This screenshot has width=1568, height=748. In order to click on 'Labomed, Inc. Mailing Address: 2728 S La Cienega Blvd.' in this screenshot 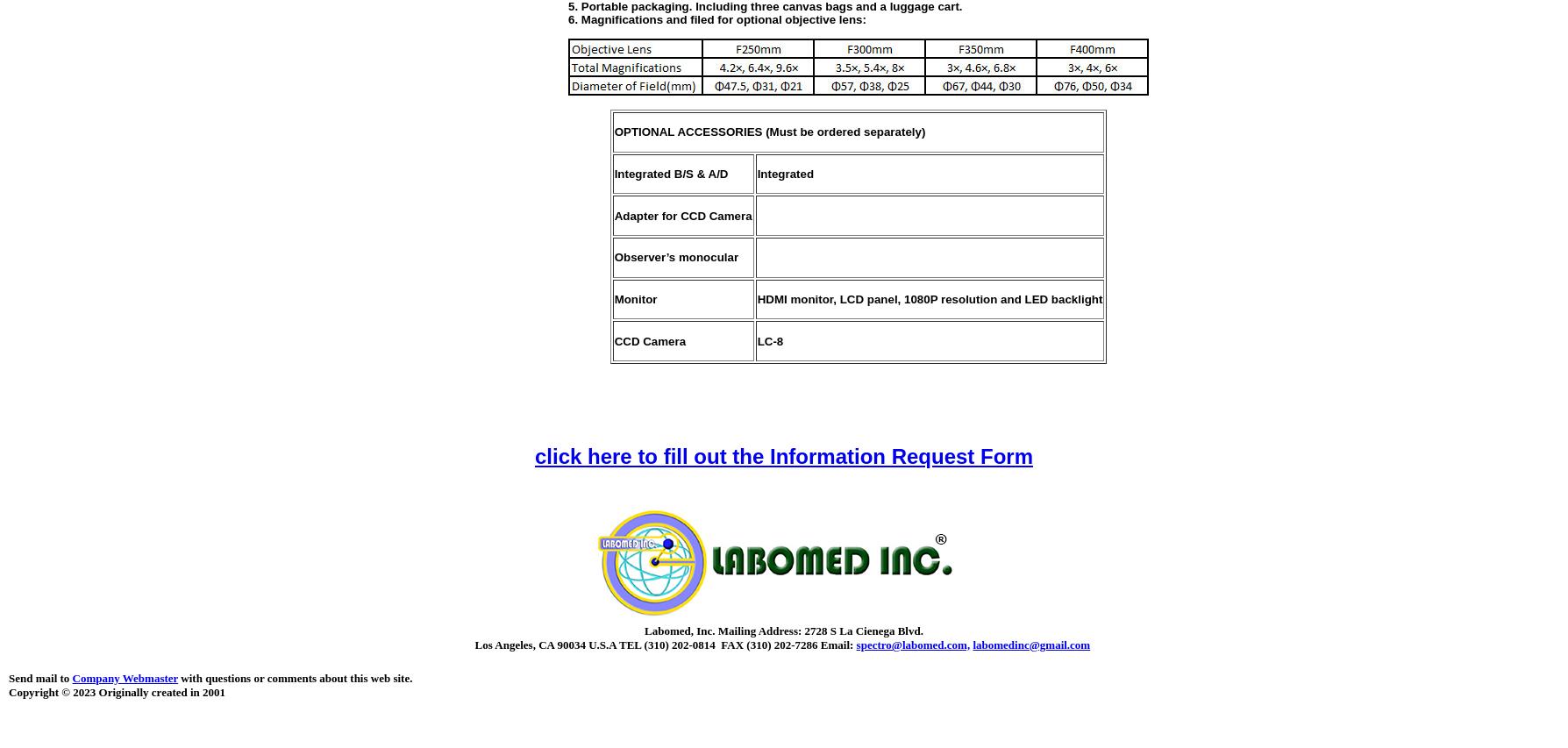, I will do `click(782, 630)`.